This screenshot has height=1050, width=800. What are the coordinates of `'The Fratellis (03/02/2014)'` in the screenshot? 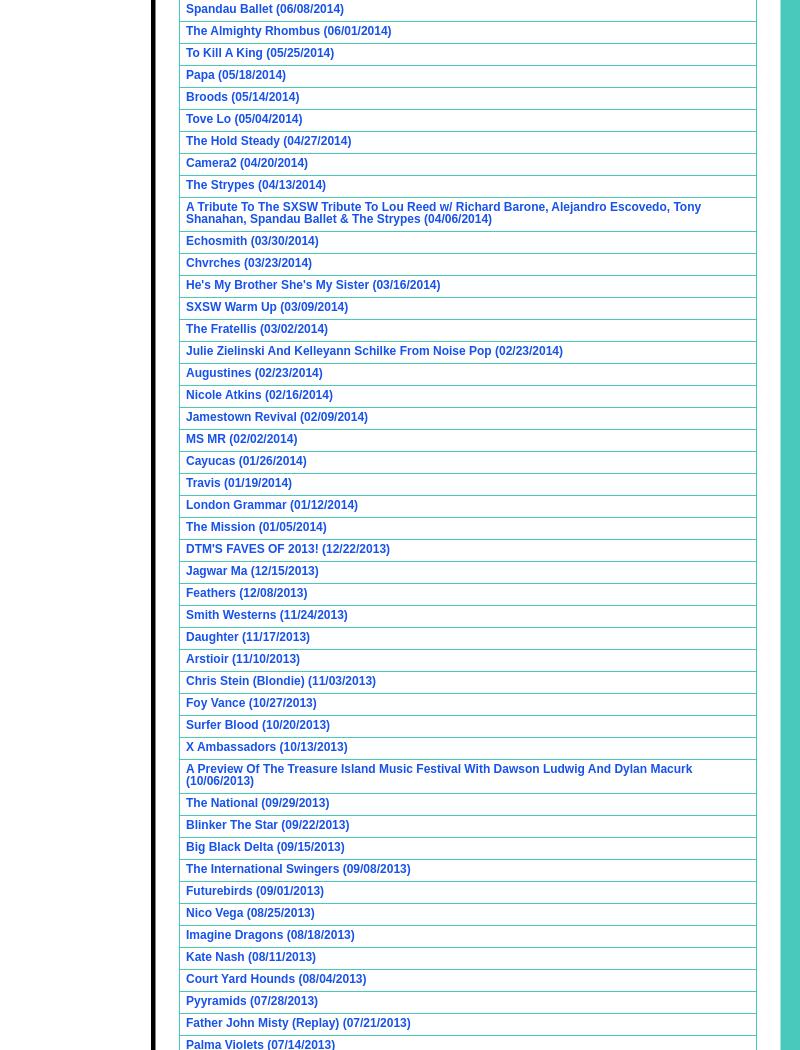 It's located at (255, 328).